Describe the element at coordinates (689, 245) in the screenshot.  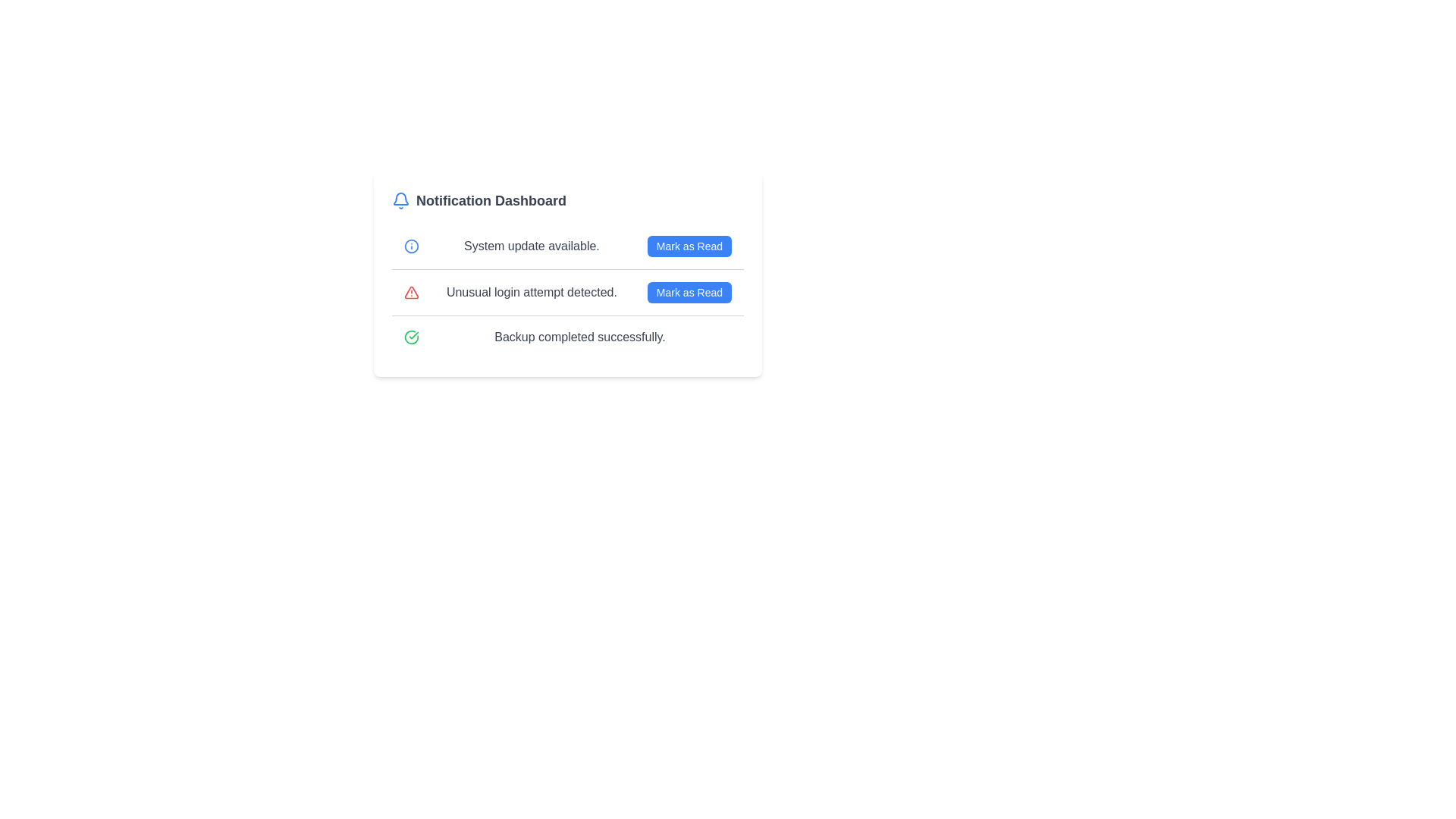
I see `the 'Mark as Read' button, which is a blue rectangular button with white text located to the right of the 'System update available.' text in the notification dashboard` at that location.